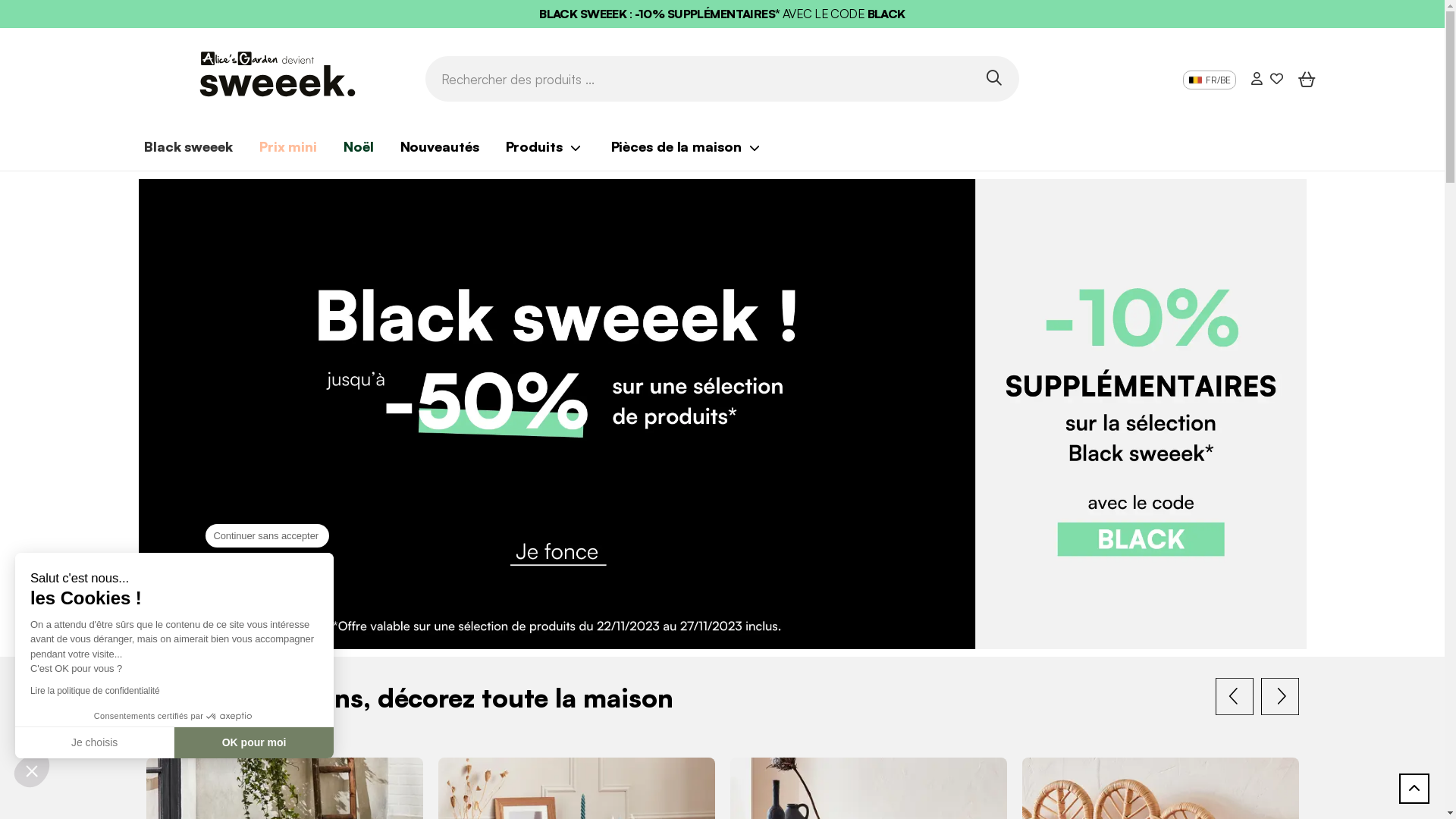  What do you see at coordinates (254, 742) in the screenshot?
I see `'OK pour moi'` at bounding box center [254, 742].